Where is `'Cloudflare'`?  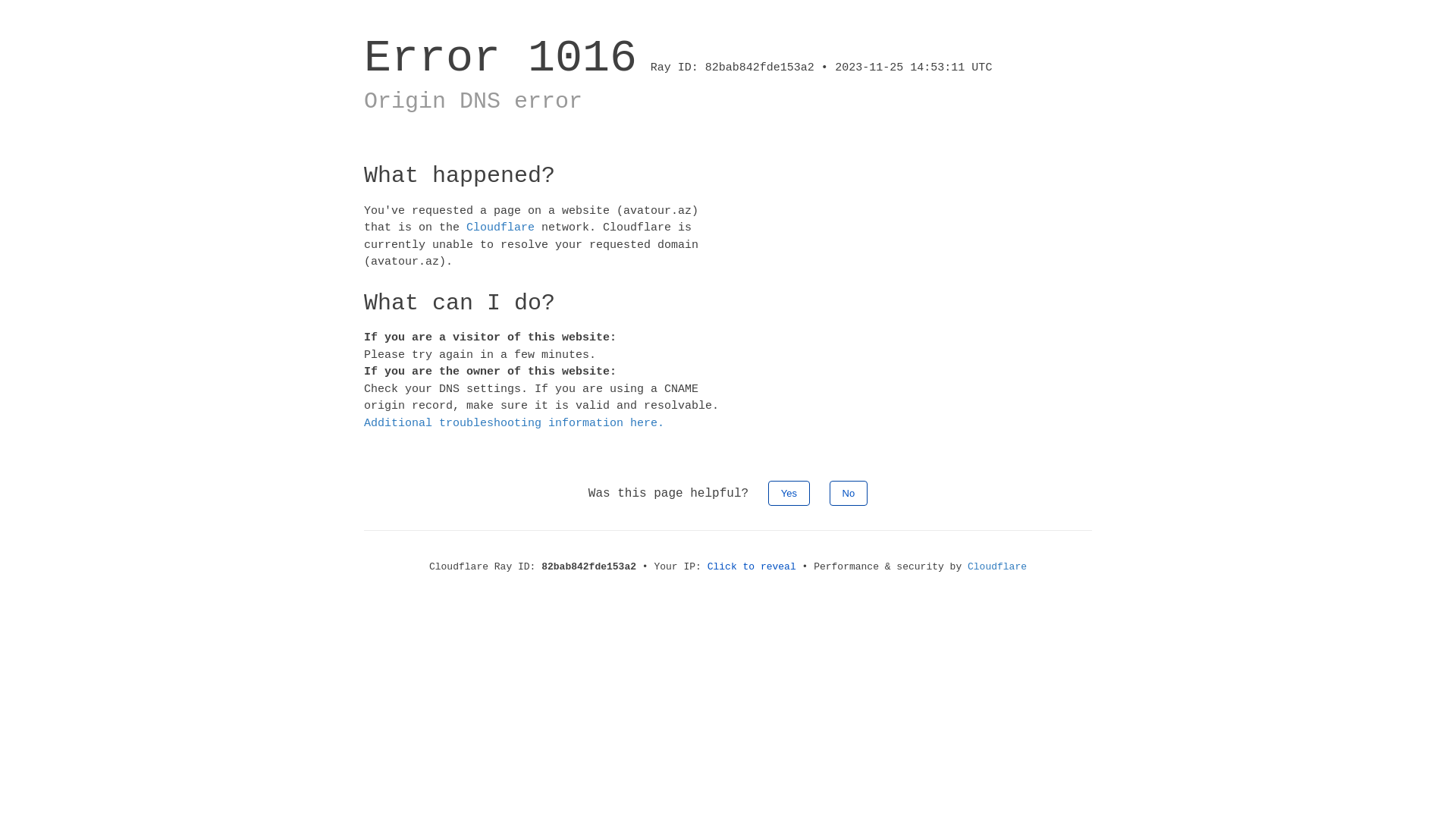
'Cloudflare' is located at coordinates (465, 227).